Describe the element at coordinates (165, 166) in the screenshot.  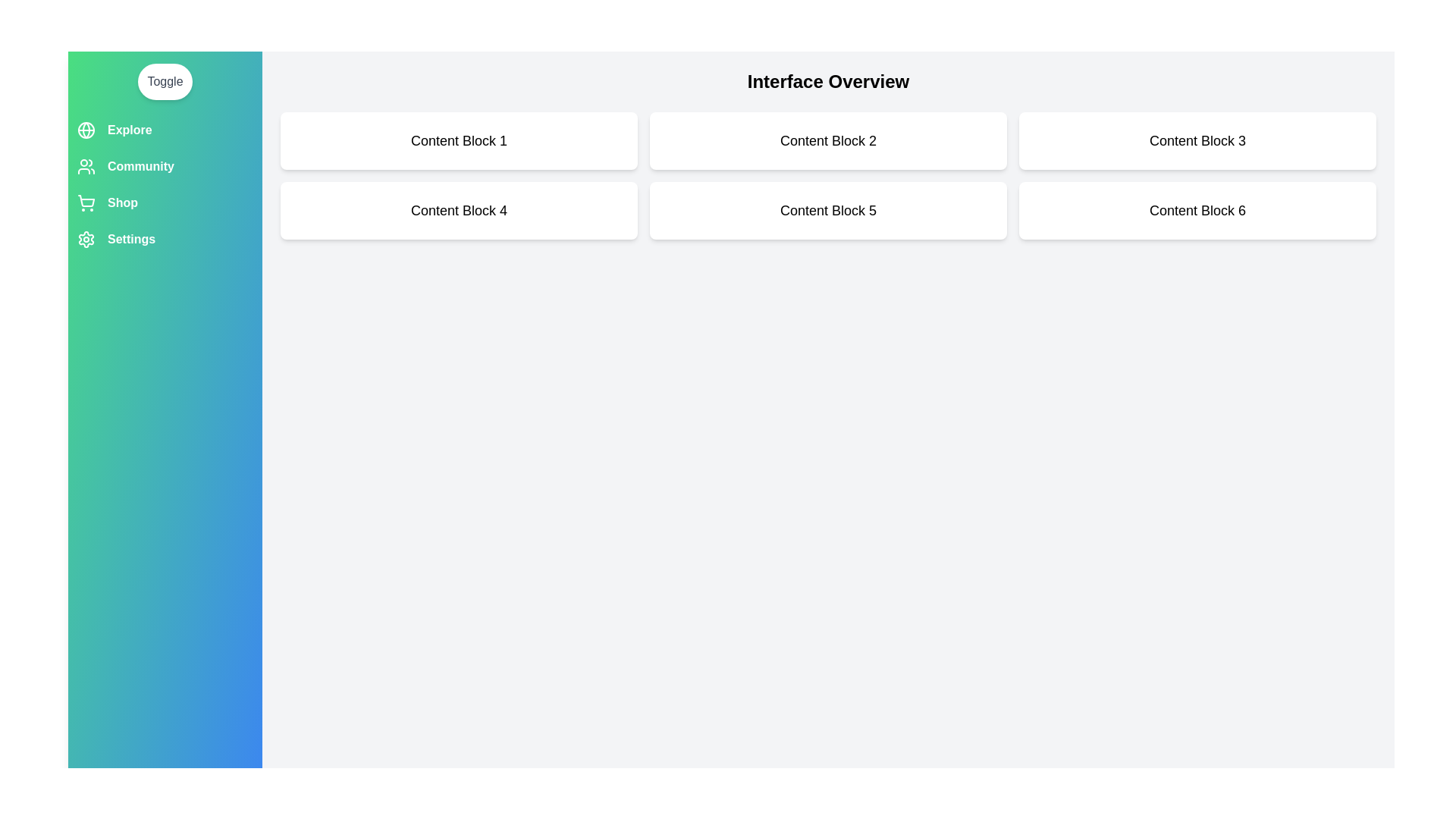
I see `the menu option labeled Community` at that location.